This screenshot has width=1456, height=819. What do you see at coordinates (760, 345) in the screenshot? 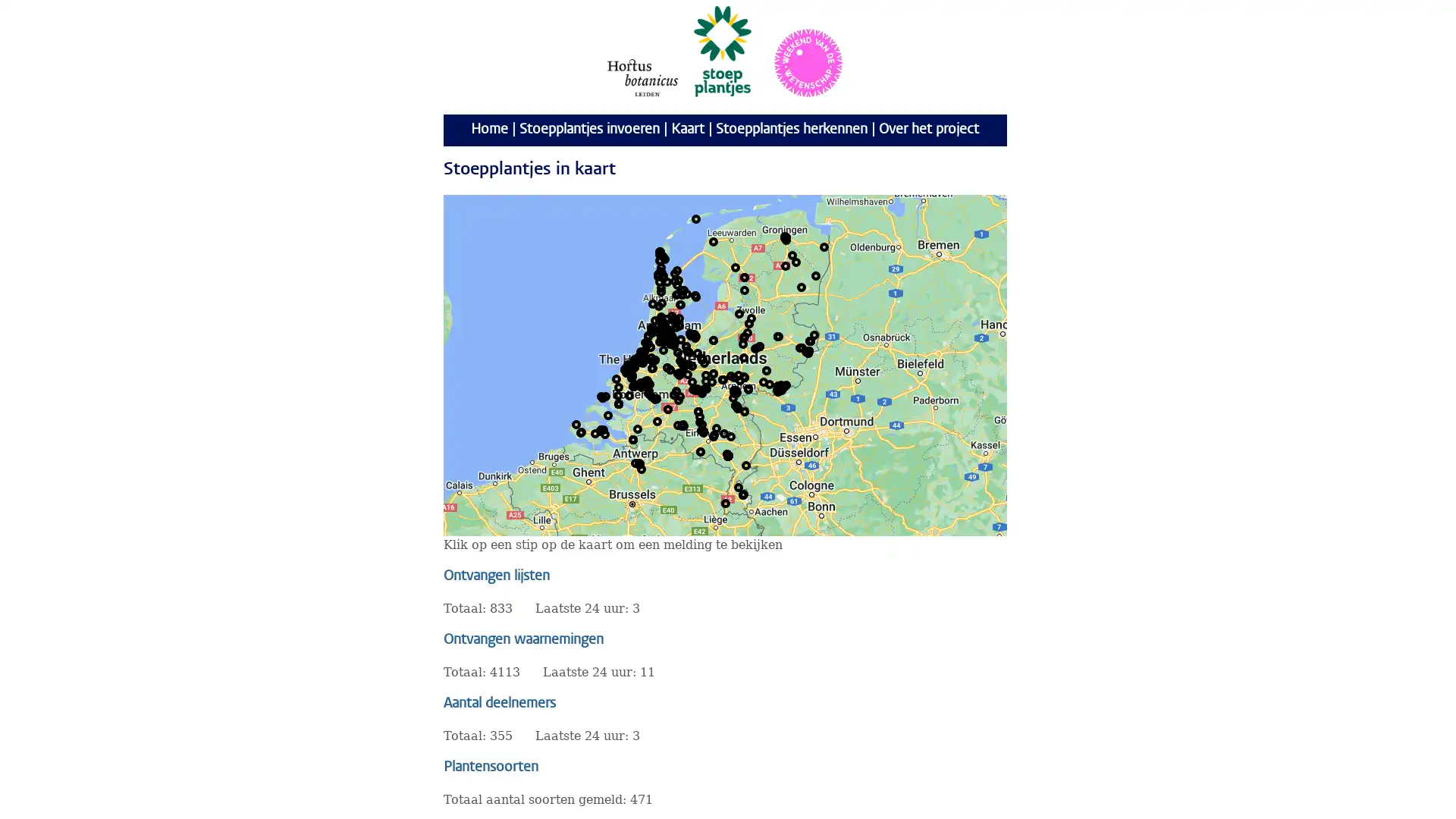
I see `Telling van Josephine op 19 december 2021` at bounding box center [760, 345].